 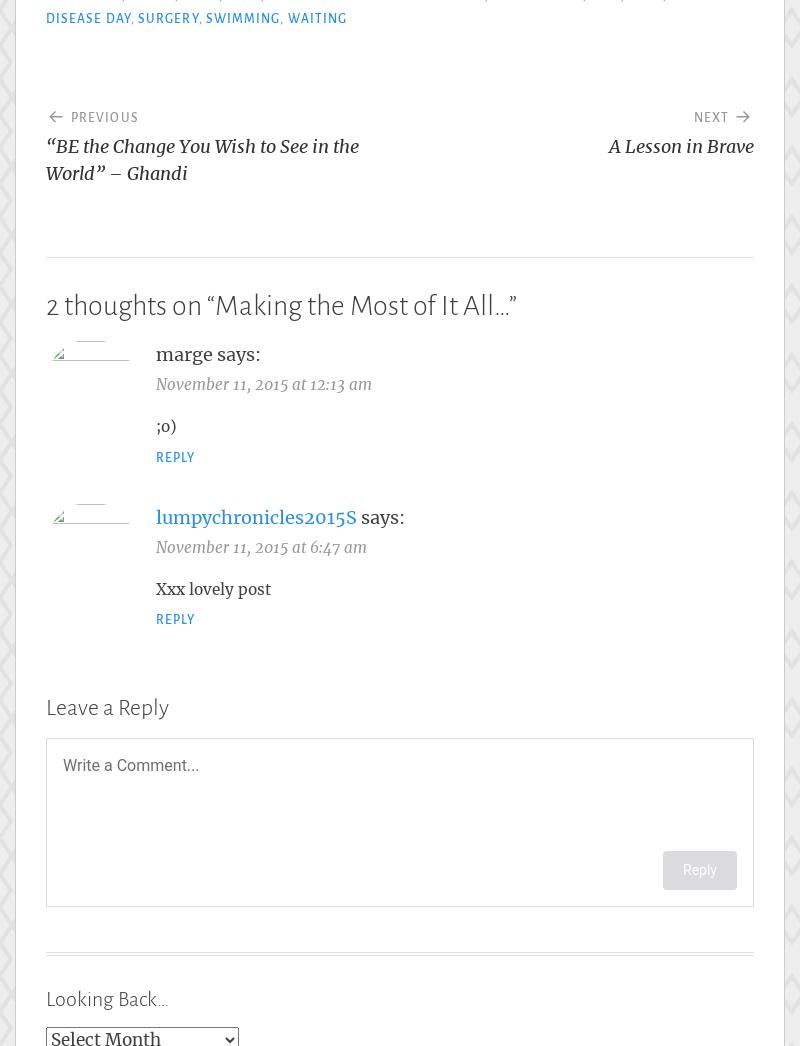 I want to click on 'lumpychronicles2015S', so click(x=255, y=516).